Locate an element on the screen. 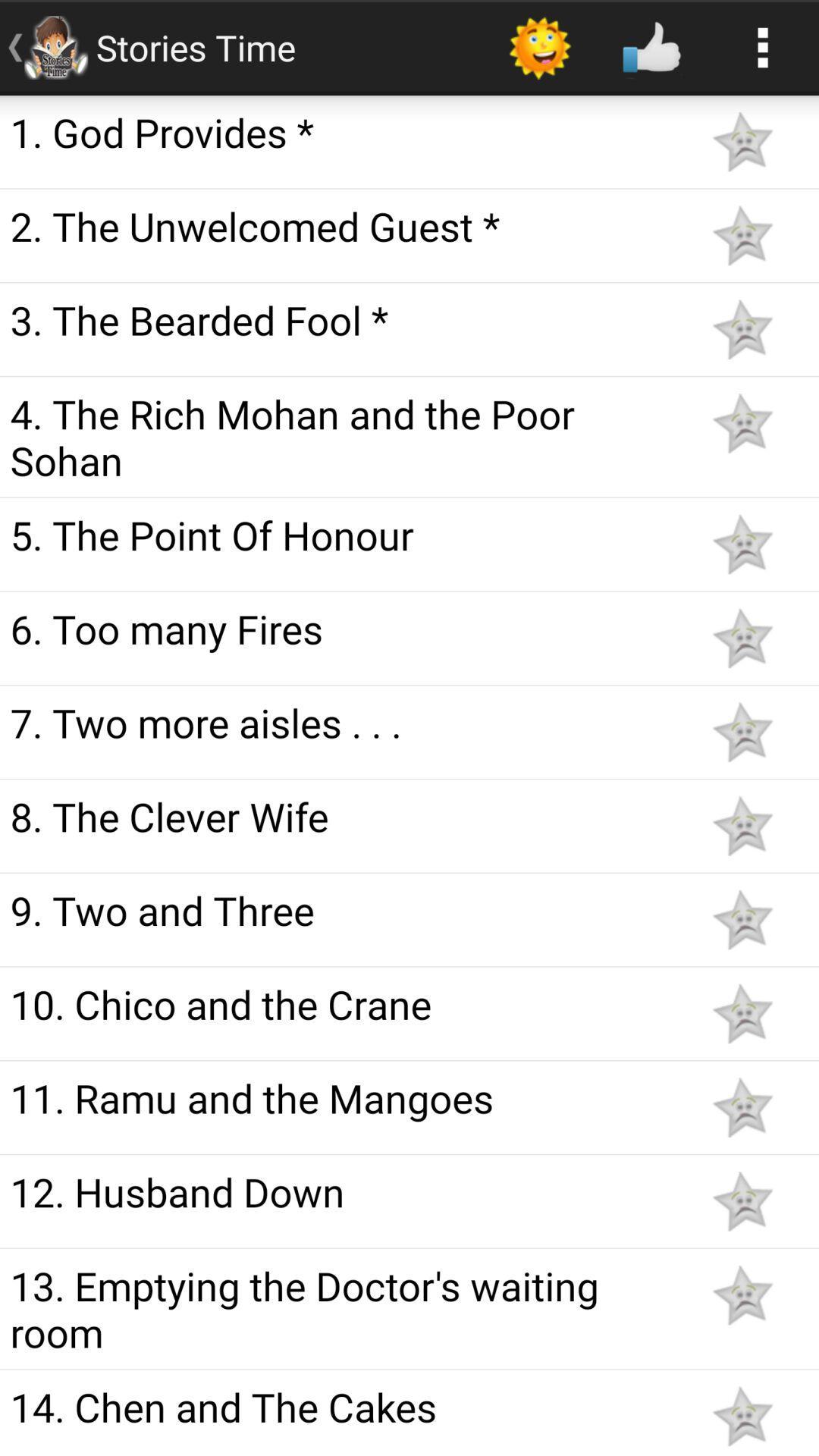  bookmark the story is located at coordinates (742, 732).